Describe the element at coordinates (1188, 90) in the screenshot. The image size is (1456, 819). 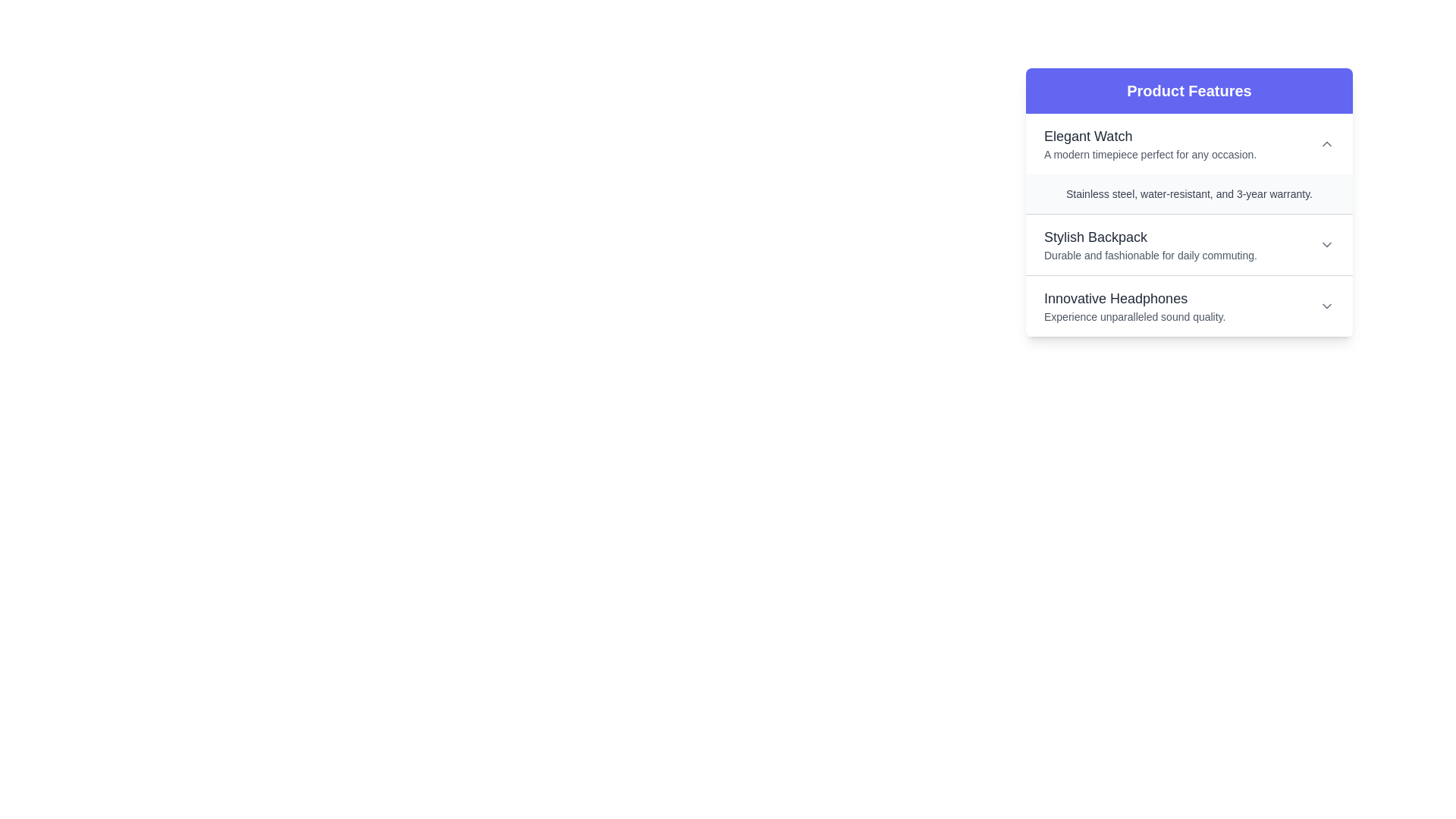
I see `the Text label indicating 'Product Features', which serves as a non-interactive header above the product details list` at that location.